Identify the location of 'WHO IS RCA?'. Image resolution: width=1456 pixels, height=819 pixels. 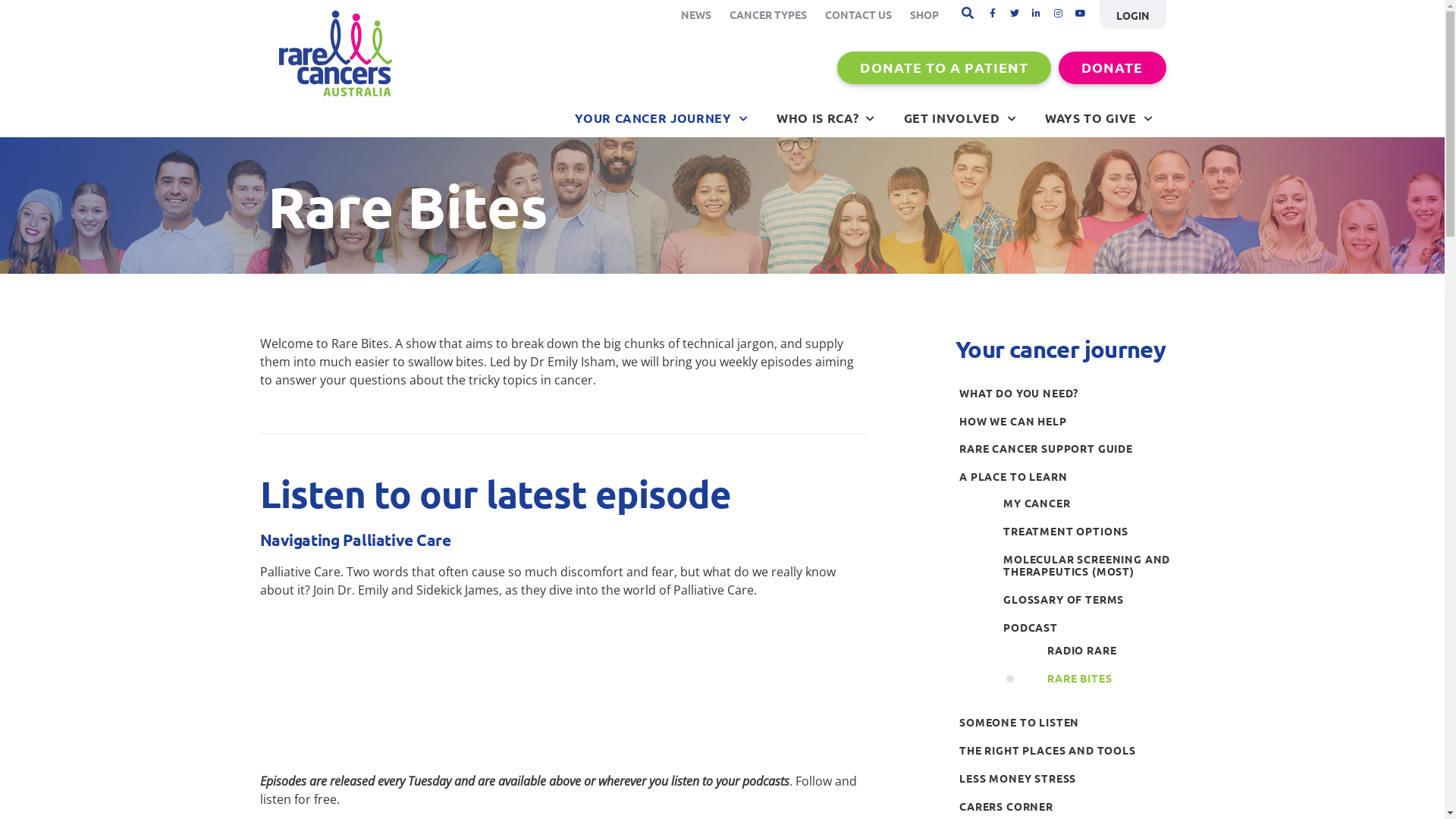
(825, 117).